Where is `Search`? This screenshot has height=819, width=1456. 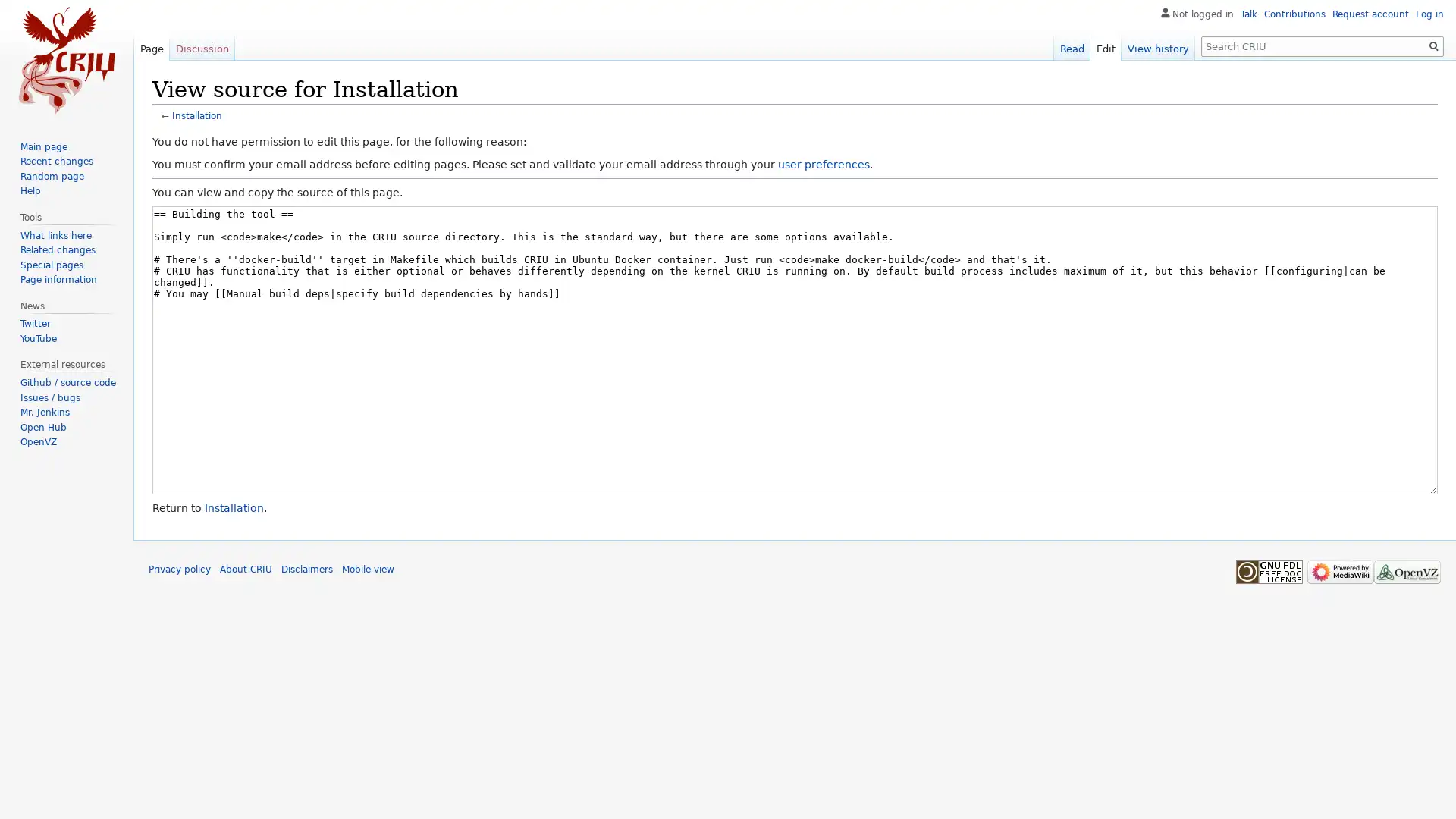
Search is located at coordinates (1433, 45).